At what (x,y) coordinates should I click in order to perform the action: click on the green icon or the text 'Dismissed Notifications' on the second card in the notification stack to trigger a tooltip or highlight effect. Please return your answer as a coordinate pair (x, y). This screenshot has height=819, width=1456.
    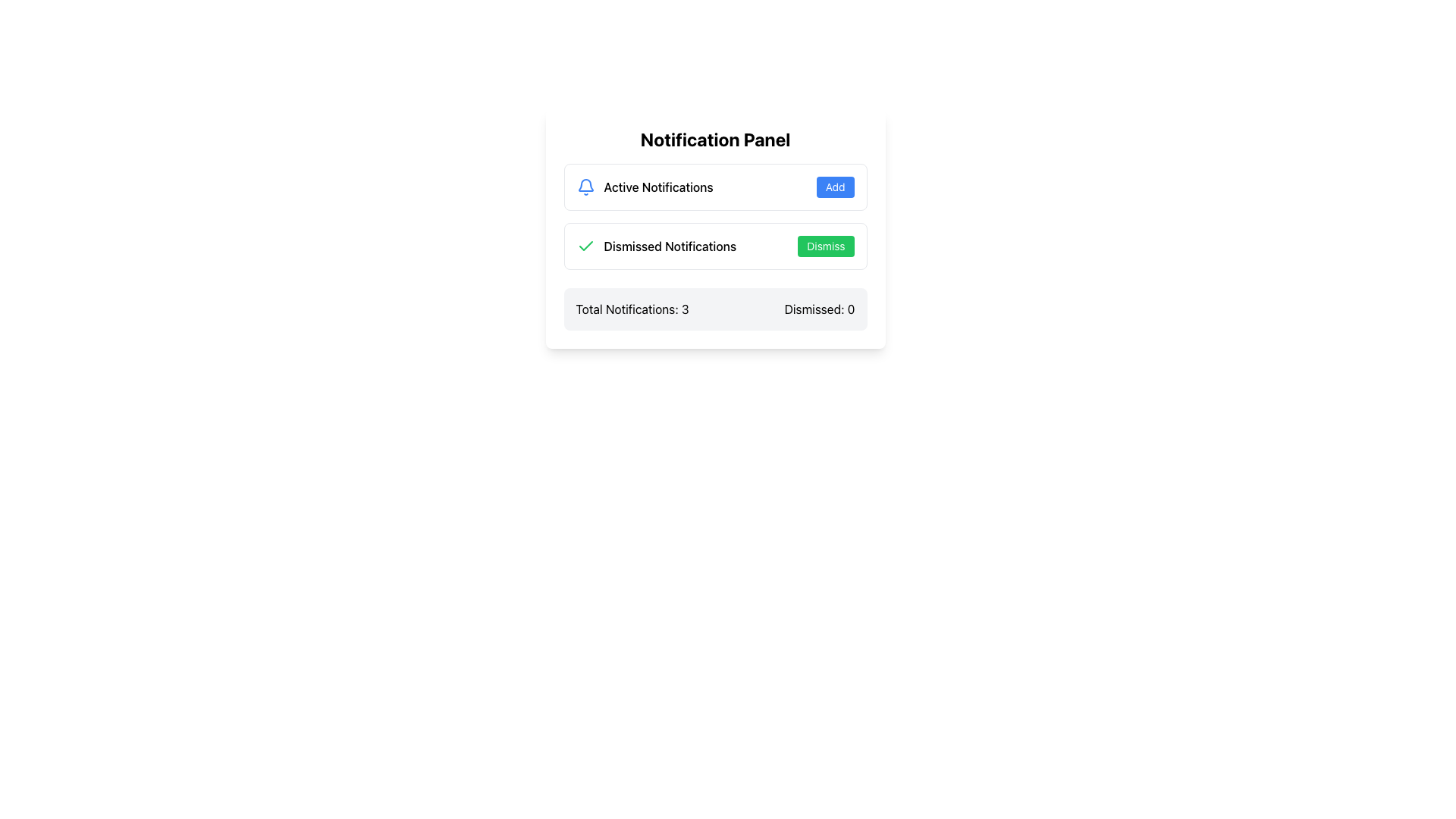
    Looking at the image, I should click on (714, 245).